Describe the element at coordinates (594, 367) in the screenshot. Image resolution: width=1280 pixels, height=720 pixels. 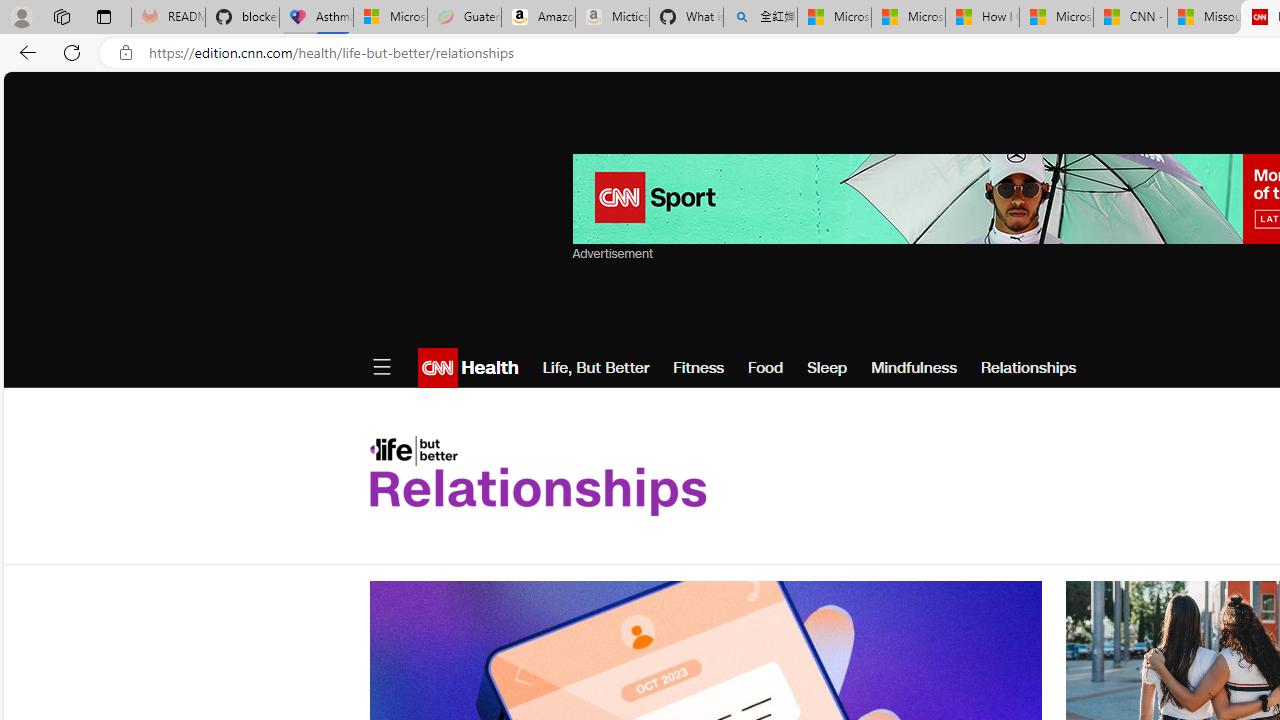
I see `'Life, But Better'` at that location.